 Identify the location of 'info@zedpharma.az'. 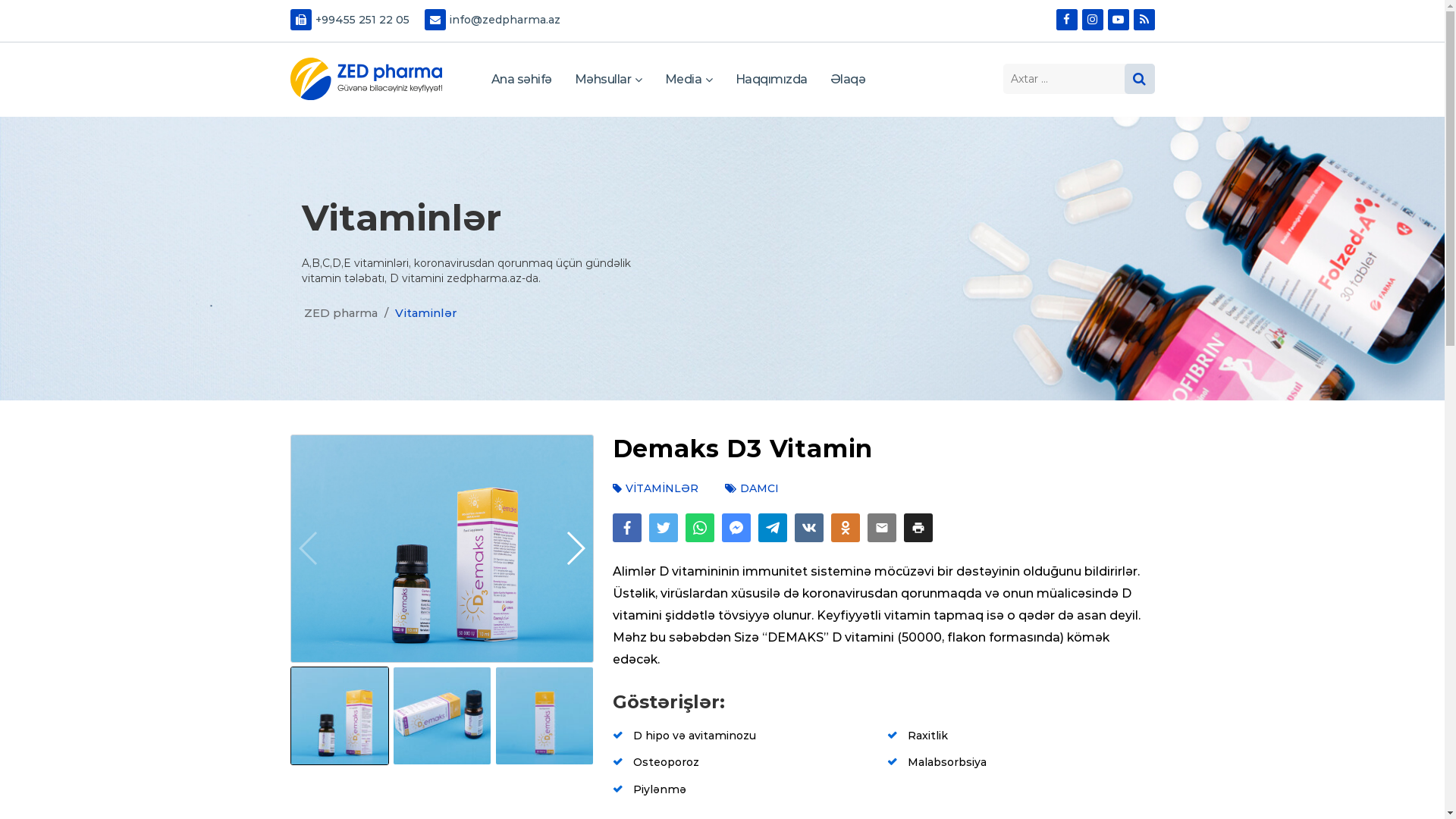
(492, 20).